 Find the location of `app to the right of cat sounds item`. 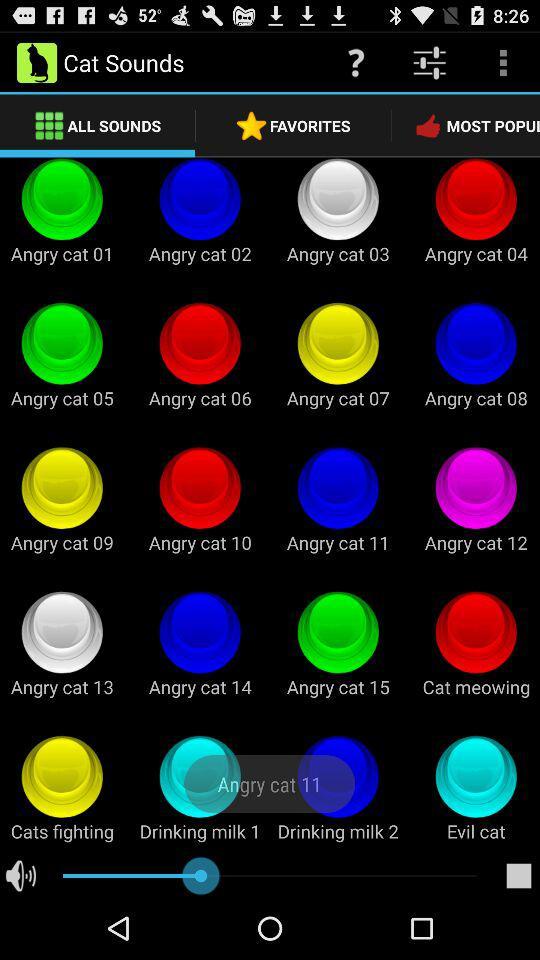

app to the right of cat sounds item is located at coordinates (355, 62).